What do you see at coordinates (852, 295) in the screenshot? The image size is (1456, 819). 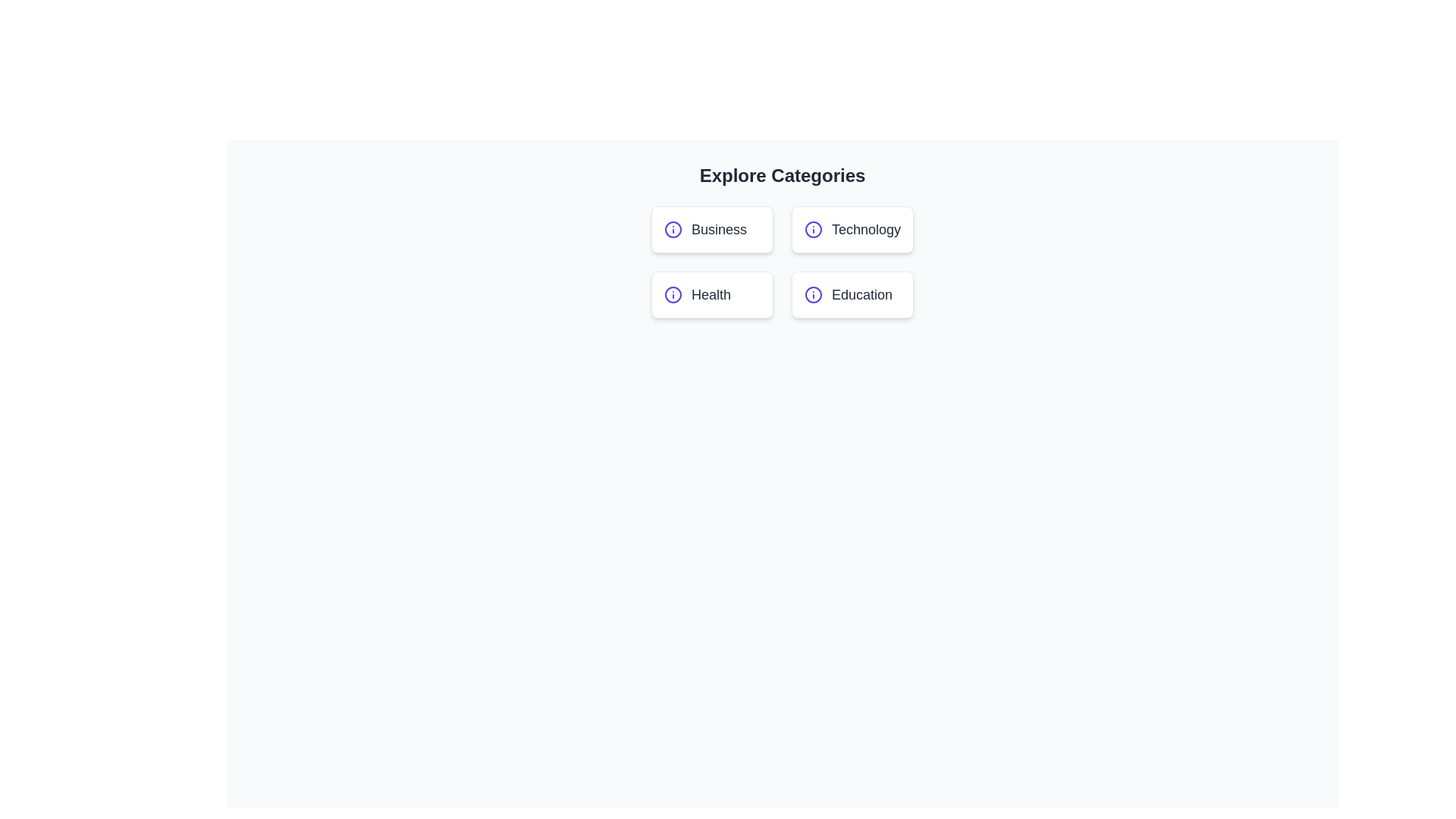 I see `the 'Education' label located in the bottom-right card of the grid representing different categories` at bounding box center [852, 295].